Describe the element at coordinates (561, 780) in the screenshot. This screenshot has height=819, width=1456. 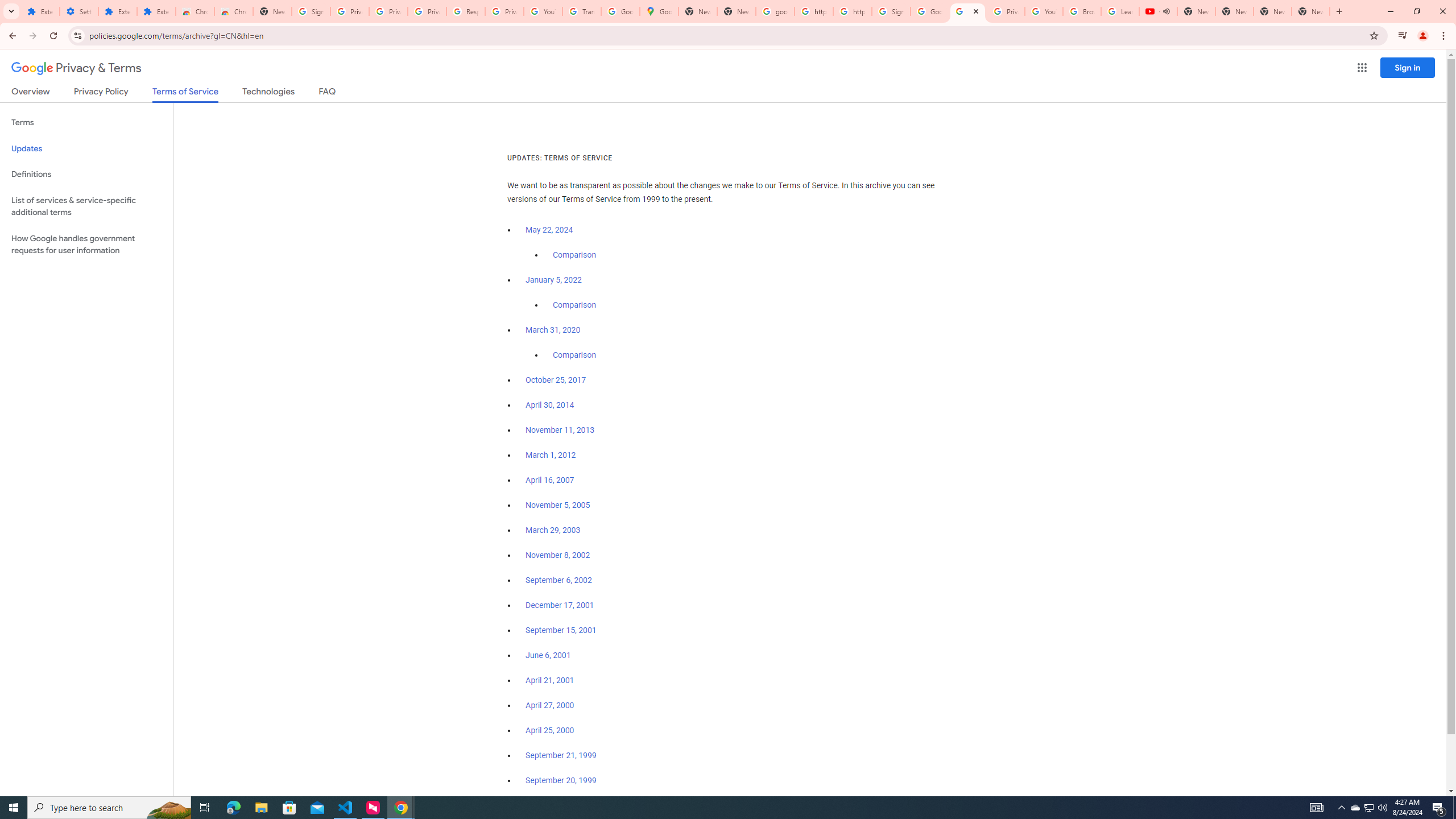
I see `'September 20, 1999'` at that location.